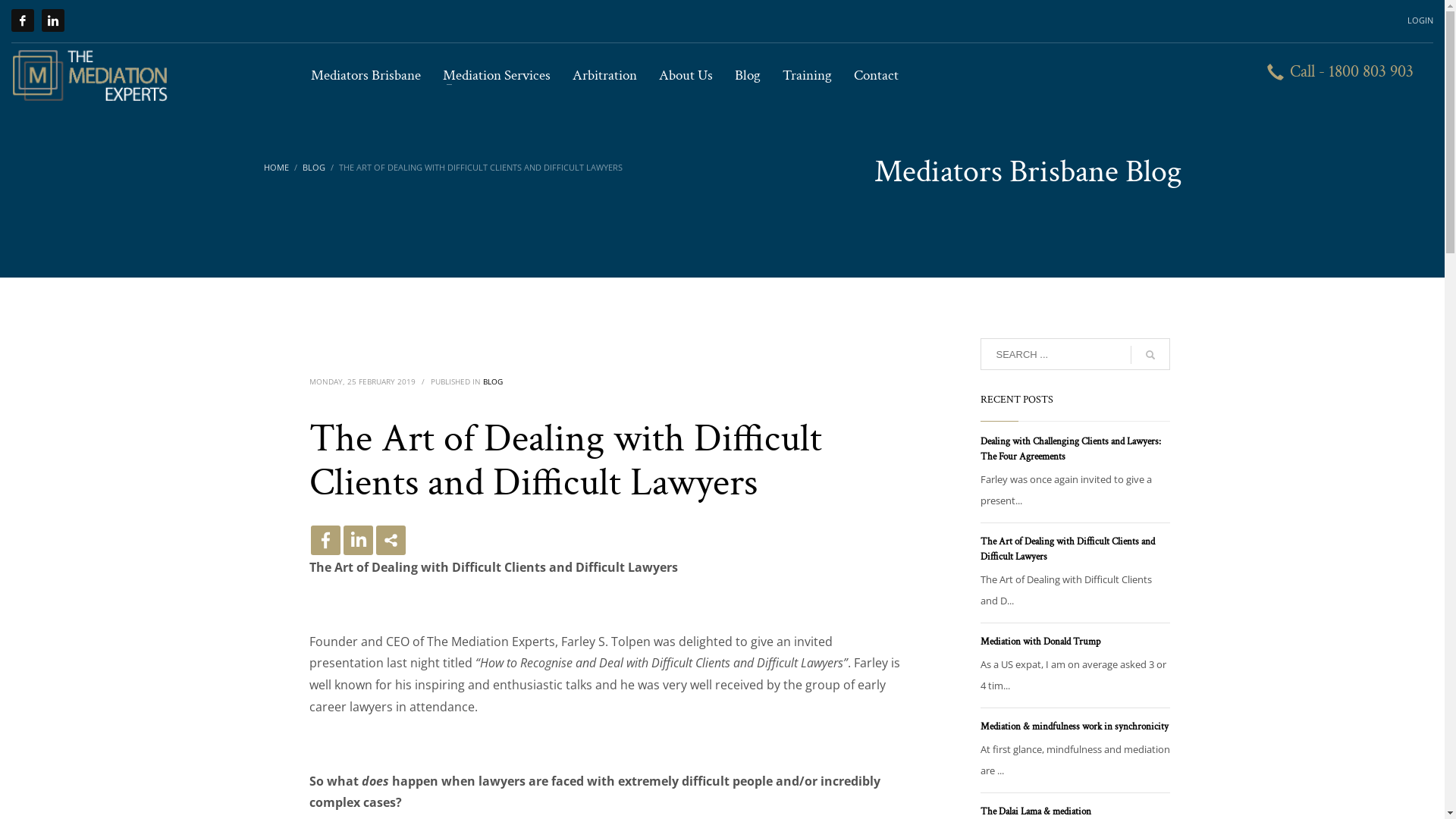  Describe the element at coordinates (604, 76) in the screenshot. I see `'Arbitration'` at that location.